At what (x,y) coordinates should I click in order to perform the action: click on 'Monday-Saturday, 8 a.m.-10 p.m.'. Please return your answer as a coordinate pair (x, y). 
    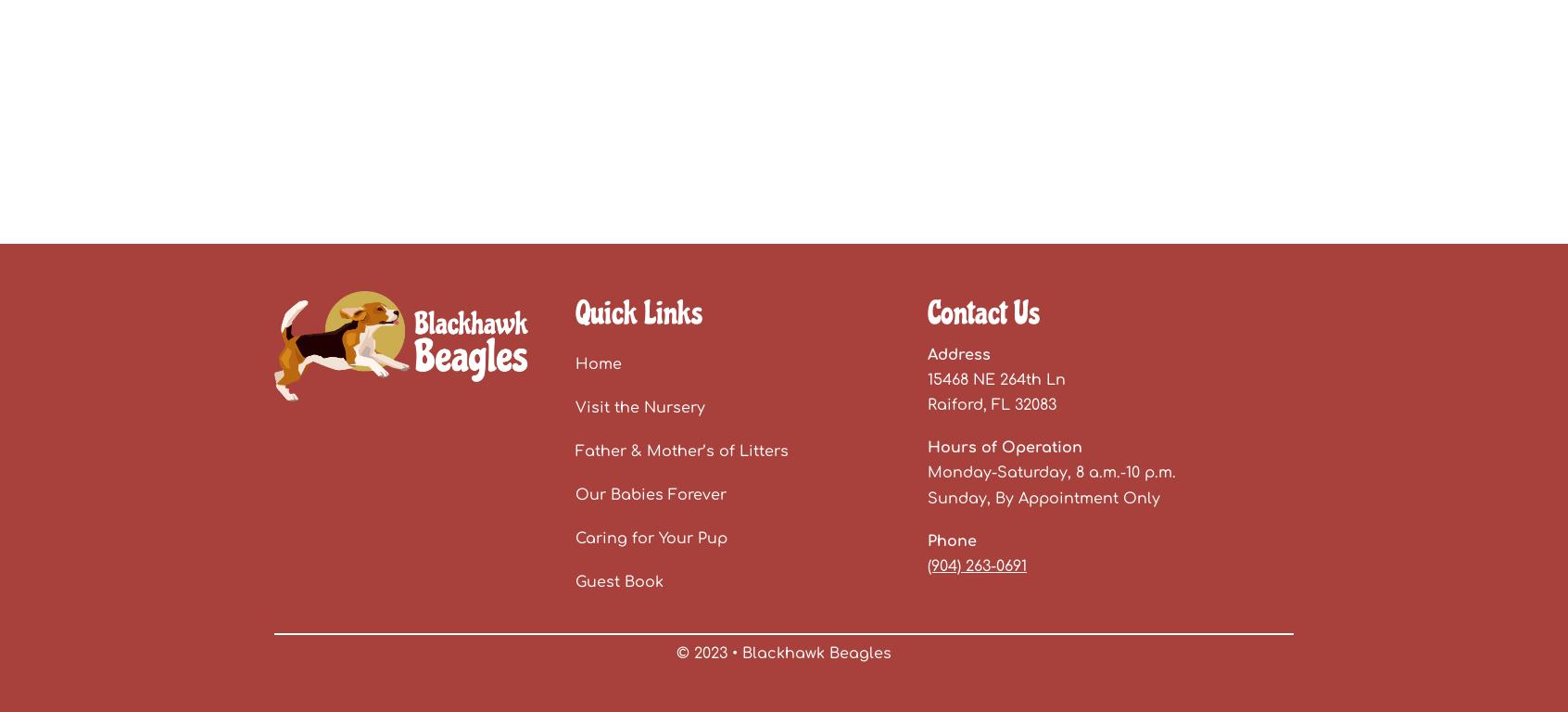
    Looking at the image, I should click on (926, 473).